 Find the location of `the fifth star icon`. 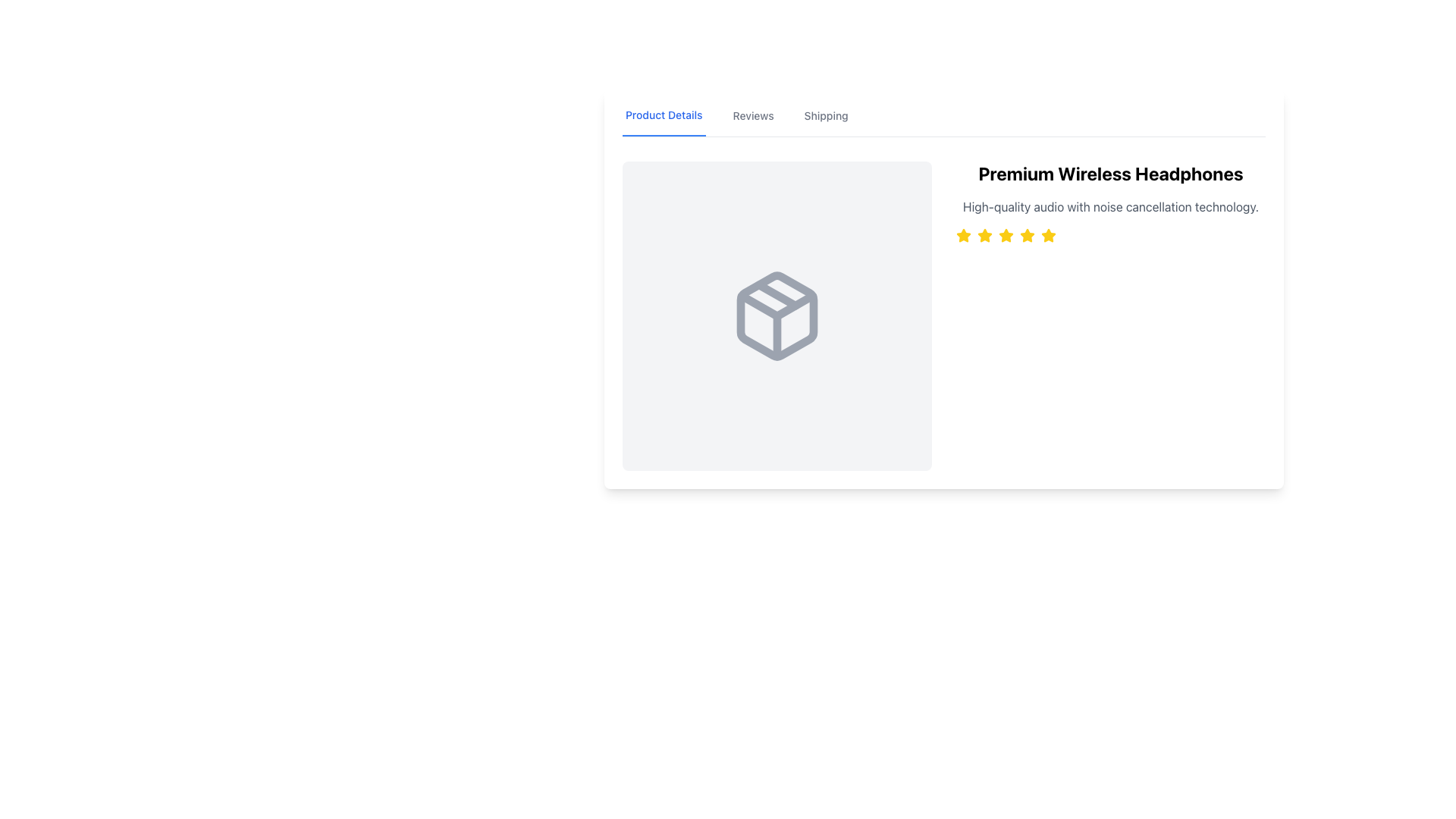

the fifth star icon is located at coordinates (1047, 235).